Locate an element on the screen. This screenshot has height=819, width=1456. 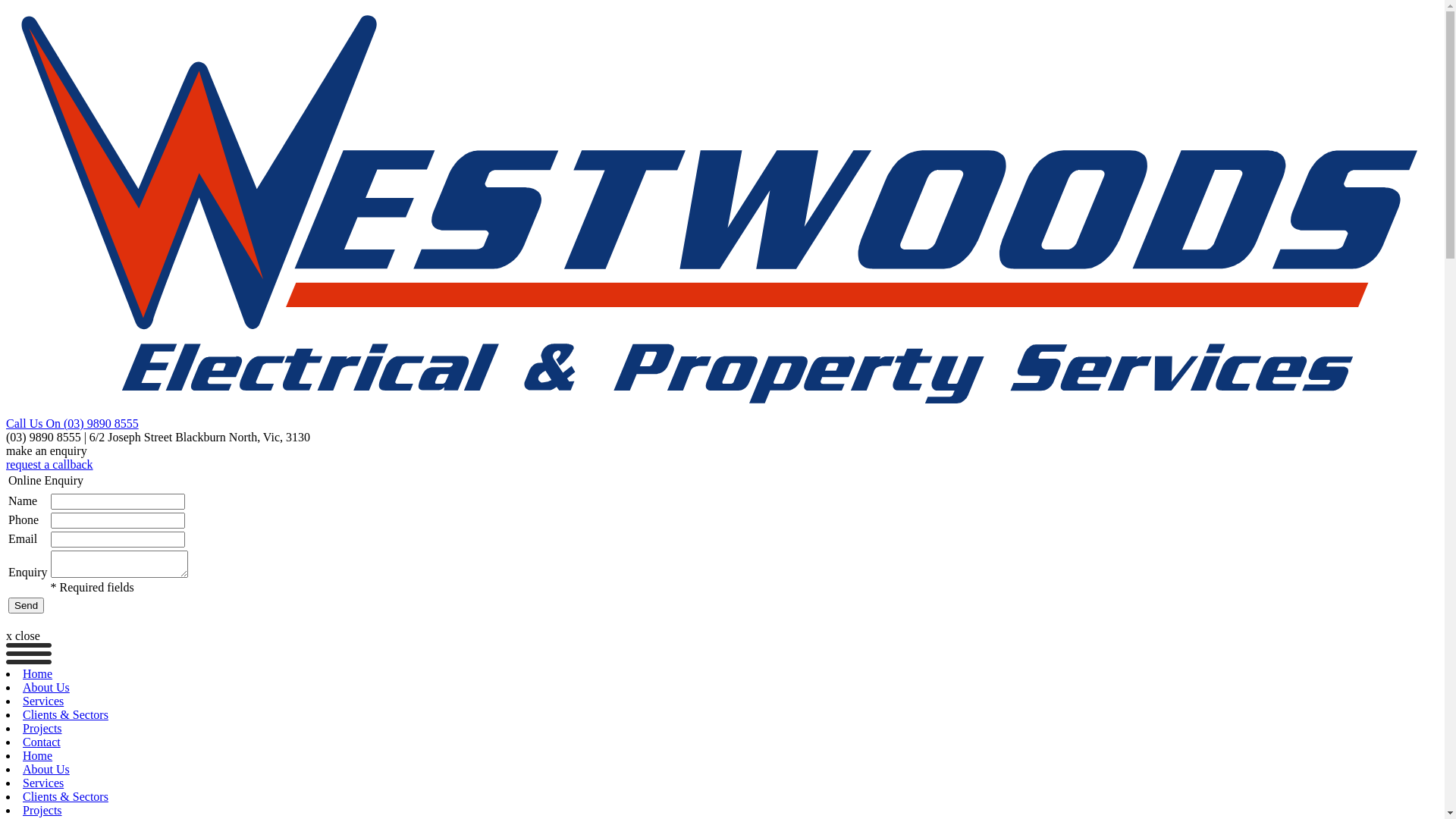
'Send' is located at coordinates (26, 604).